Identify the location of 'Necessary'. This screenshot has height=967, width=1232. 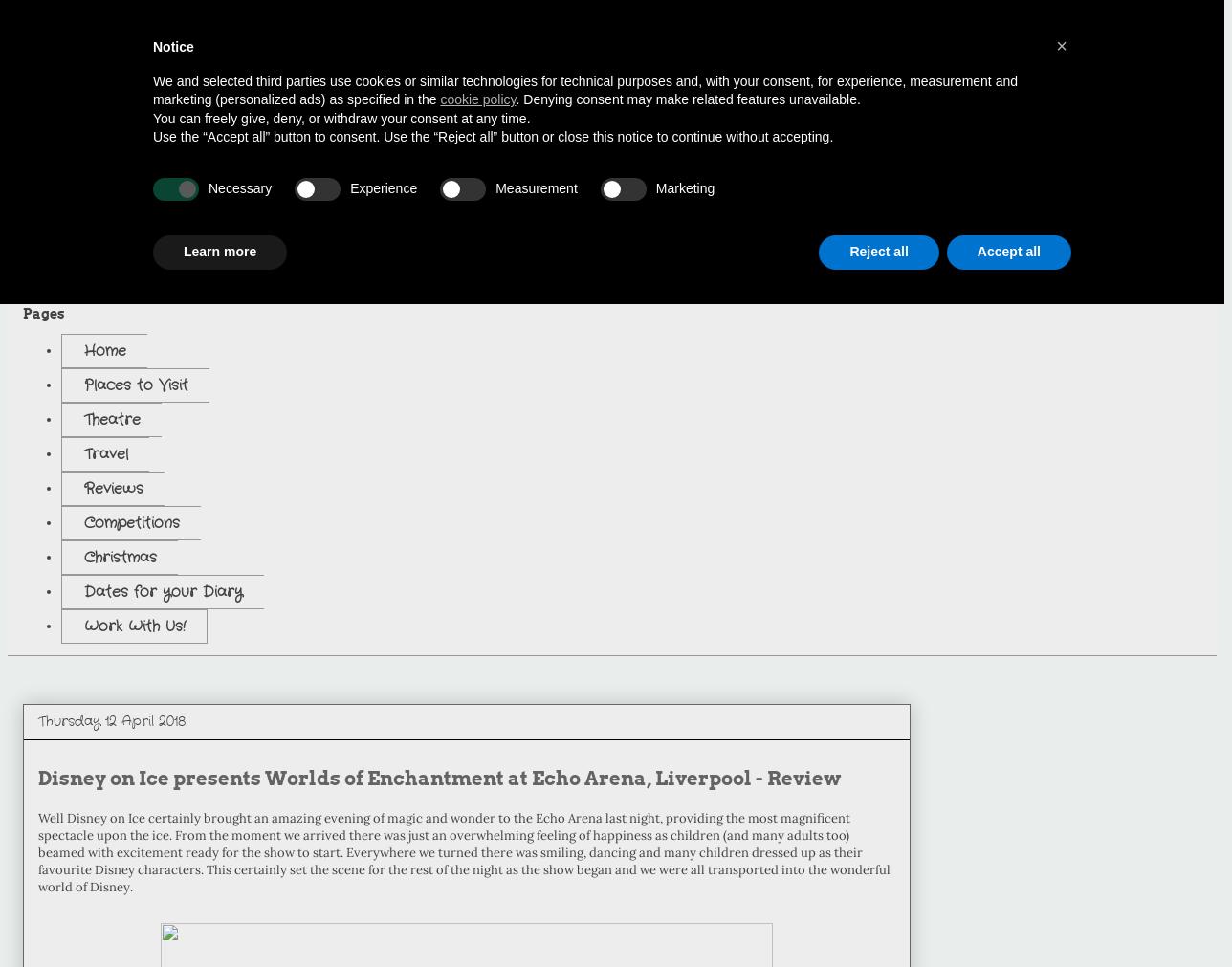
(240, 188).